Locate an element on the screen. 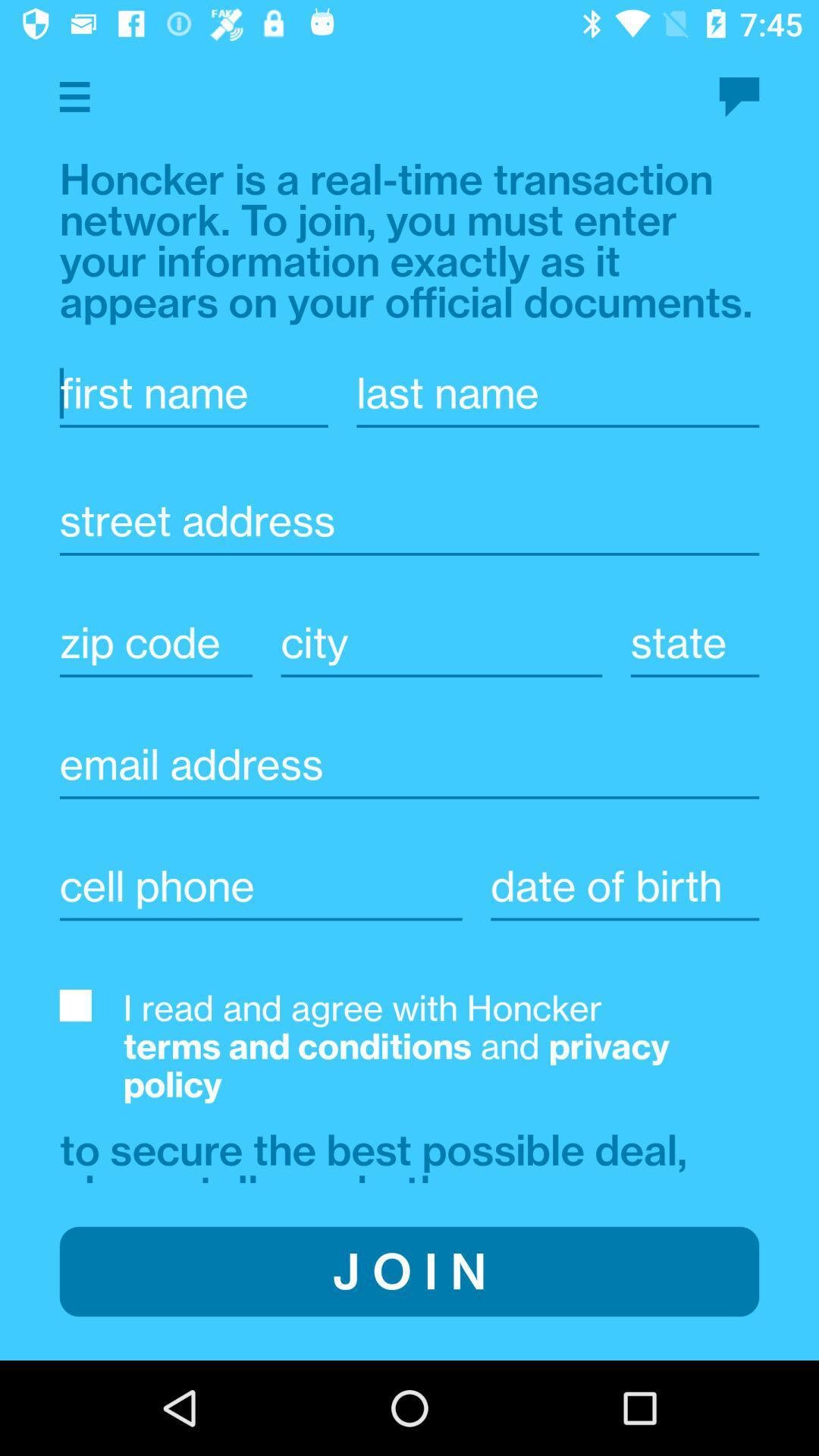 This screenshot has height=1456, width=819. the text above first name is located at coordinates (409, 240).